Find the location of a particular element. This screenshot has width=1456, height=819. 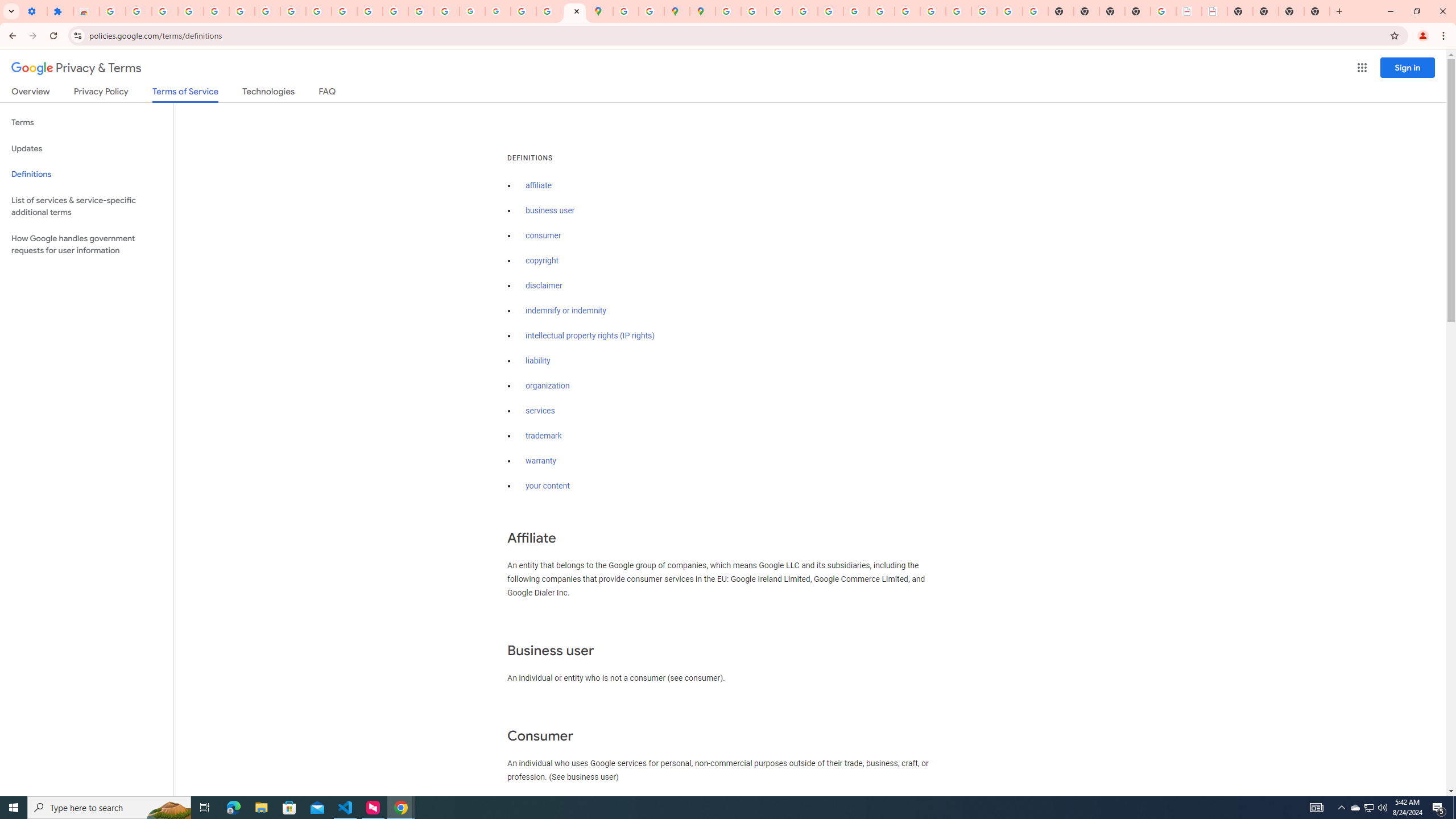

'Learn how to find your photos - Google Photos Help' is located at coordinates (190, 11).